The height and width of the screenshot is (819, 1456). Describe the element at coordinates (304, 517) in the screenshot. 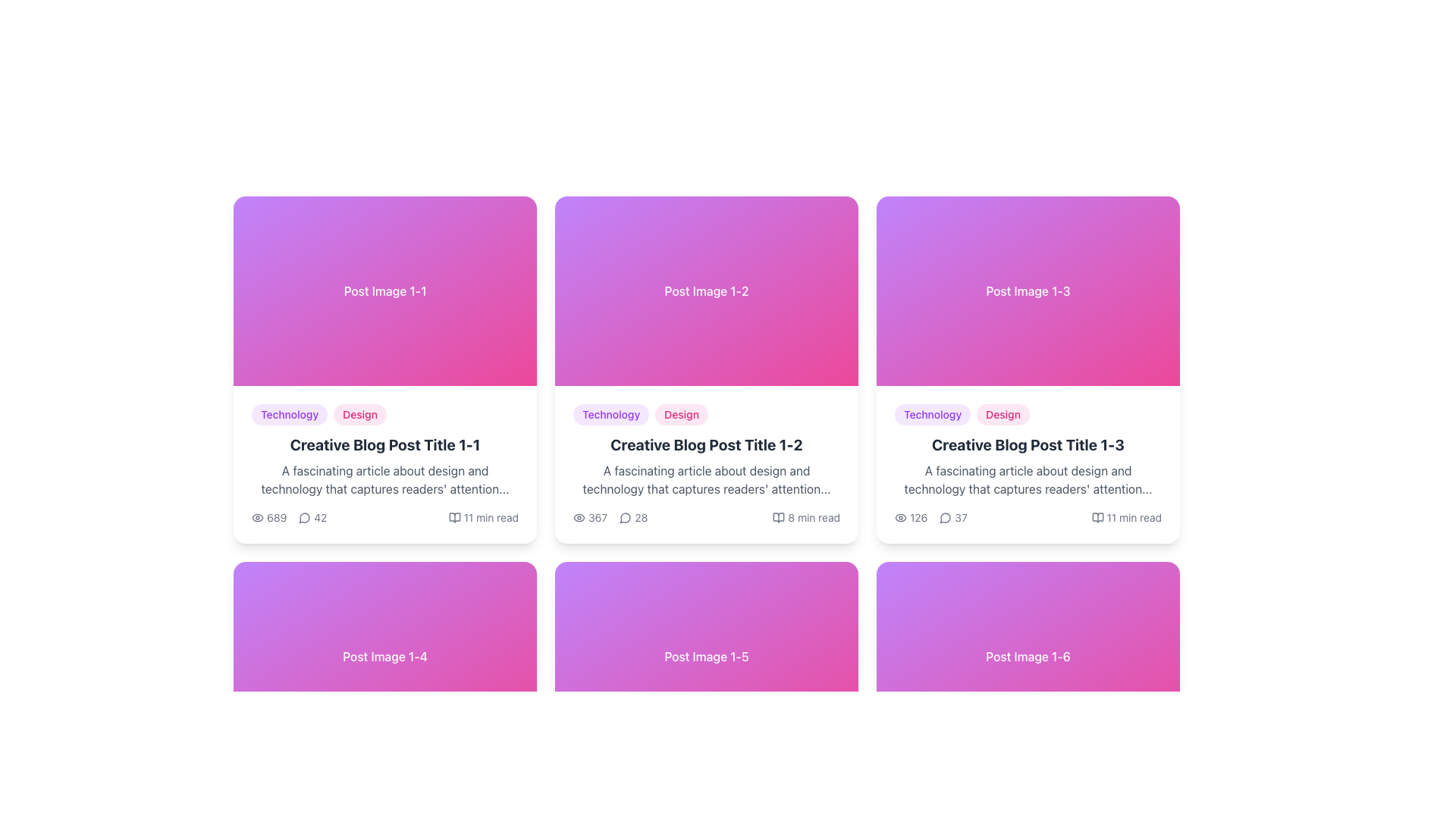

I see `the chat bubble icon, which is styled as an outline and located within the first post card under the text 'Creative Blog Post Title 1-1'` at that location.